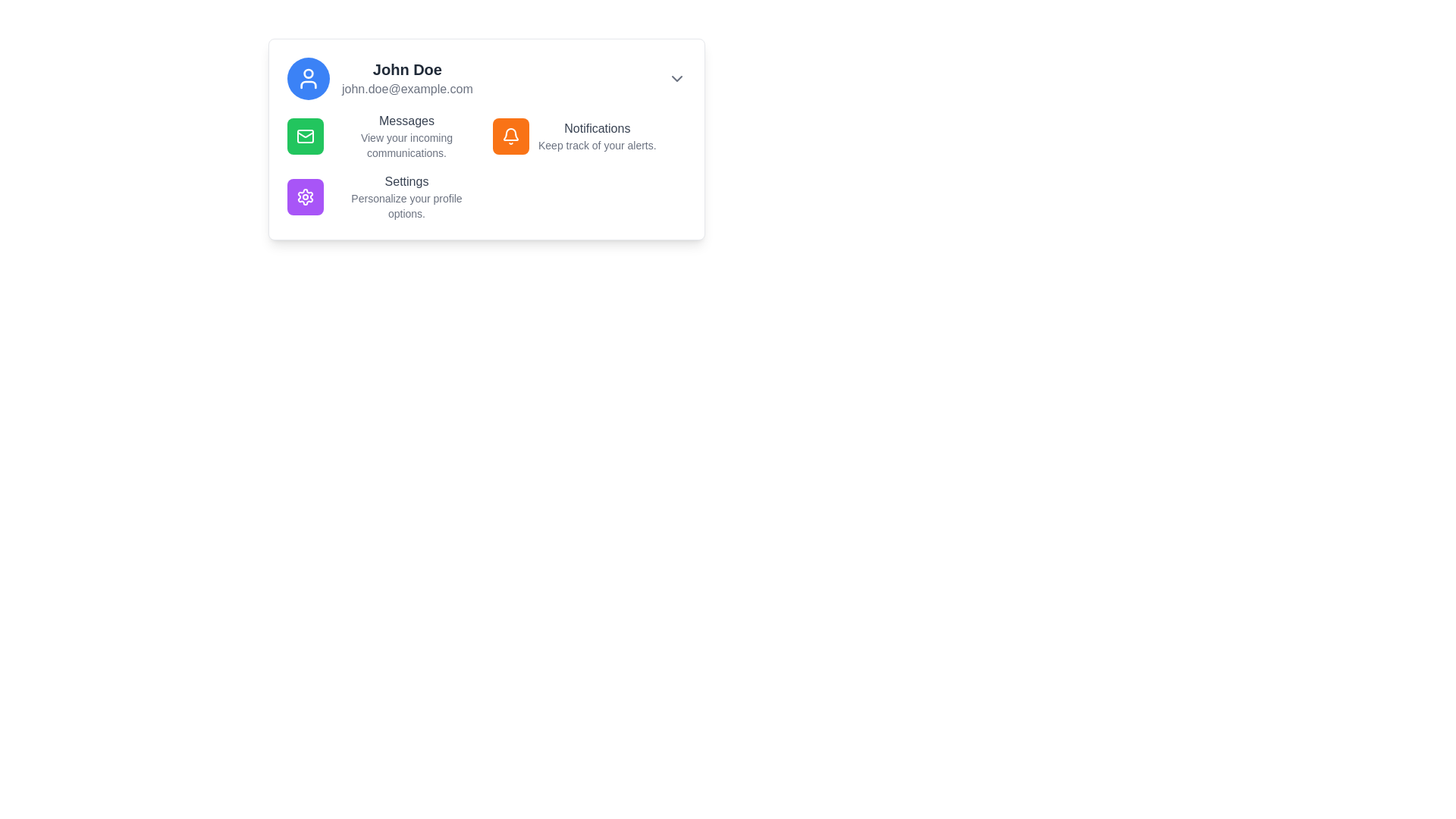  I want to click on information displayed in the Text display showing the user's name and email address, located in the top section of the interface to the right of a blue circular icon, so click(407, 79).